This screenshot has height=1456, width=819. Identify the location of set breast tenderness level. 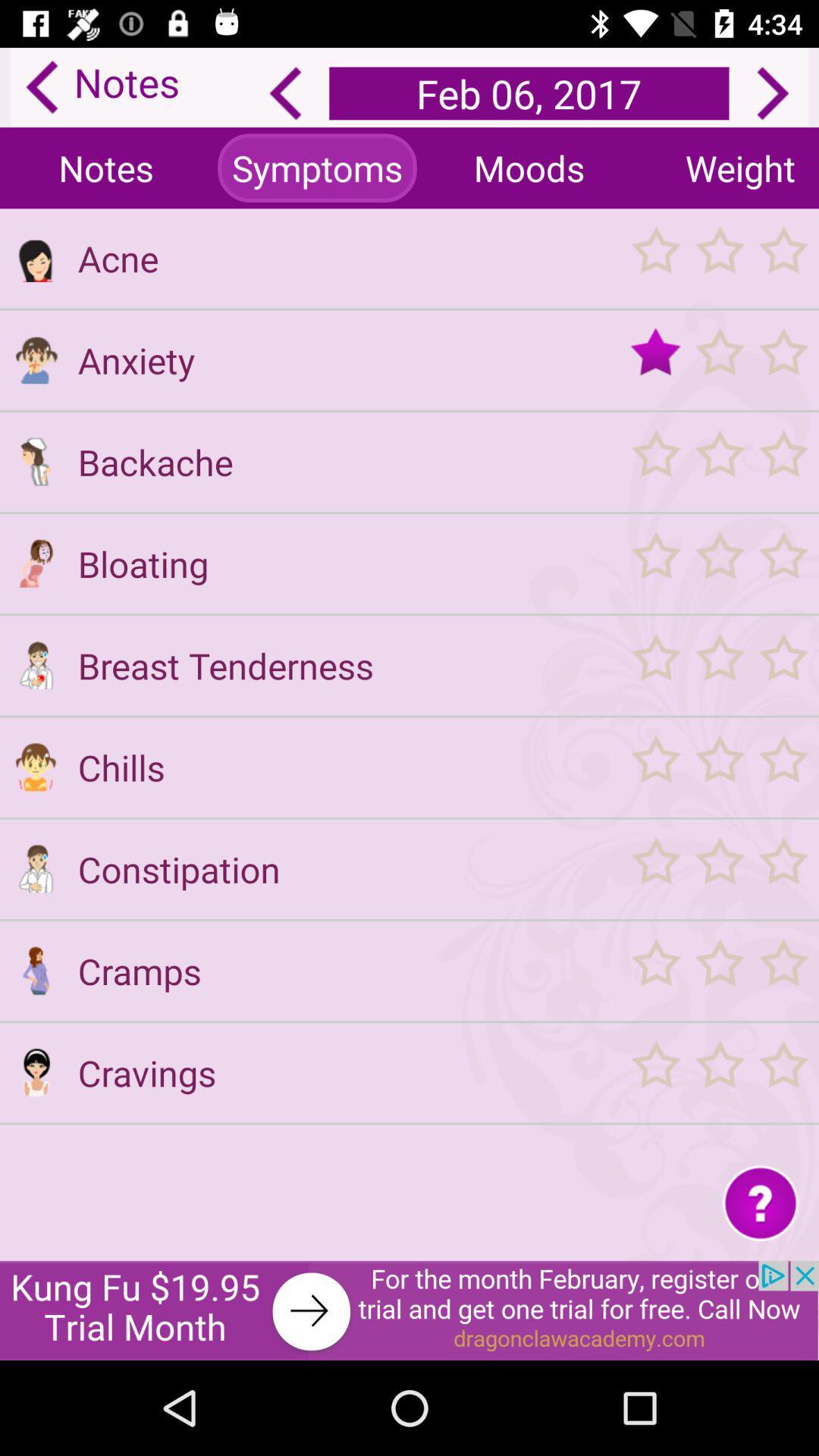
(718, 665).